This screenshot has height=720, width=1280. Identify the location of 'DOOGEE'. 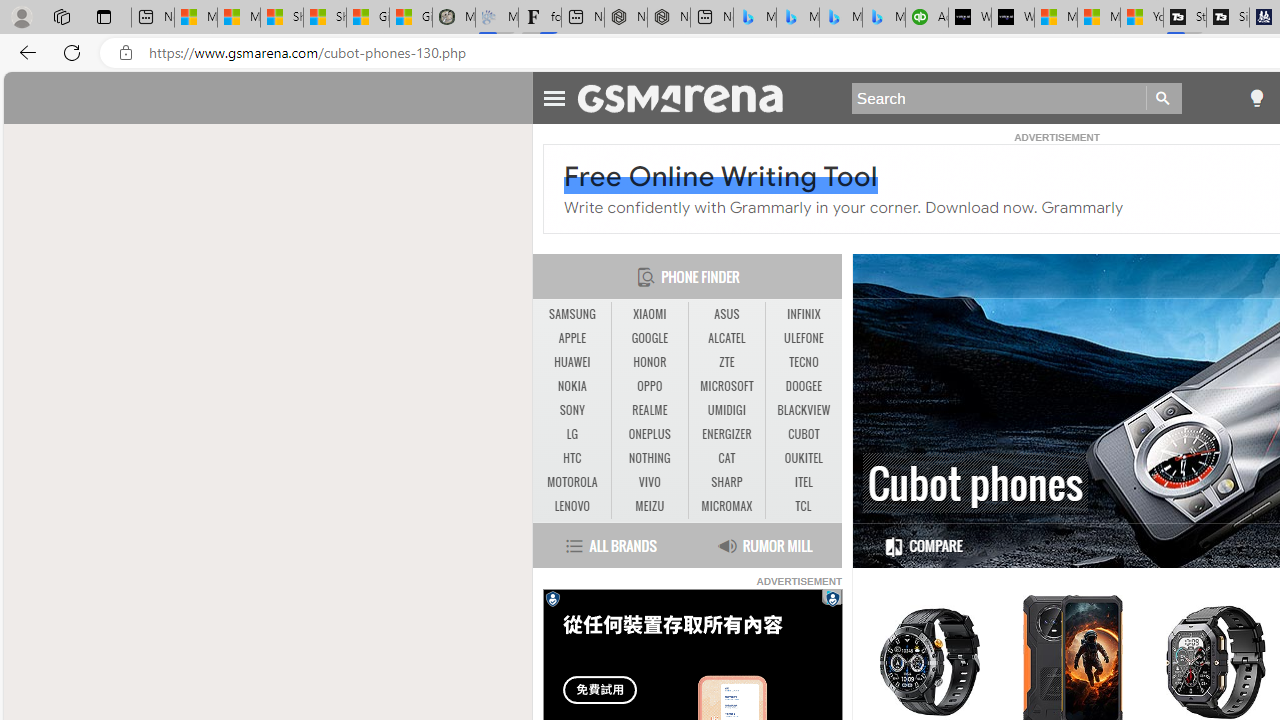
(803, 387).